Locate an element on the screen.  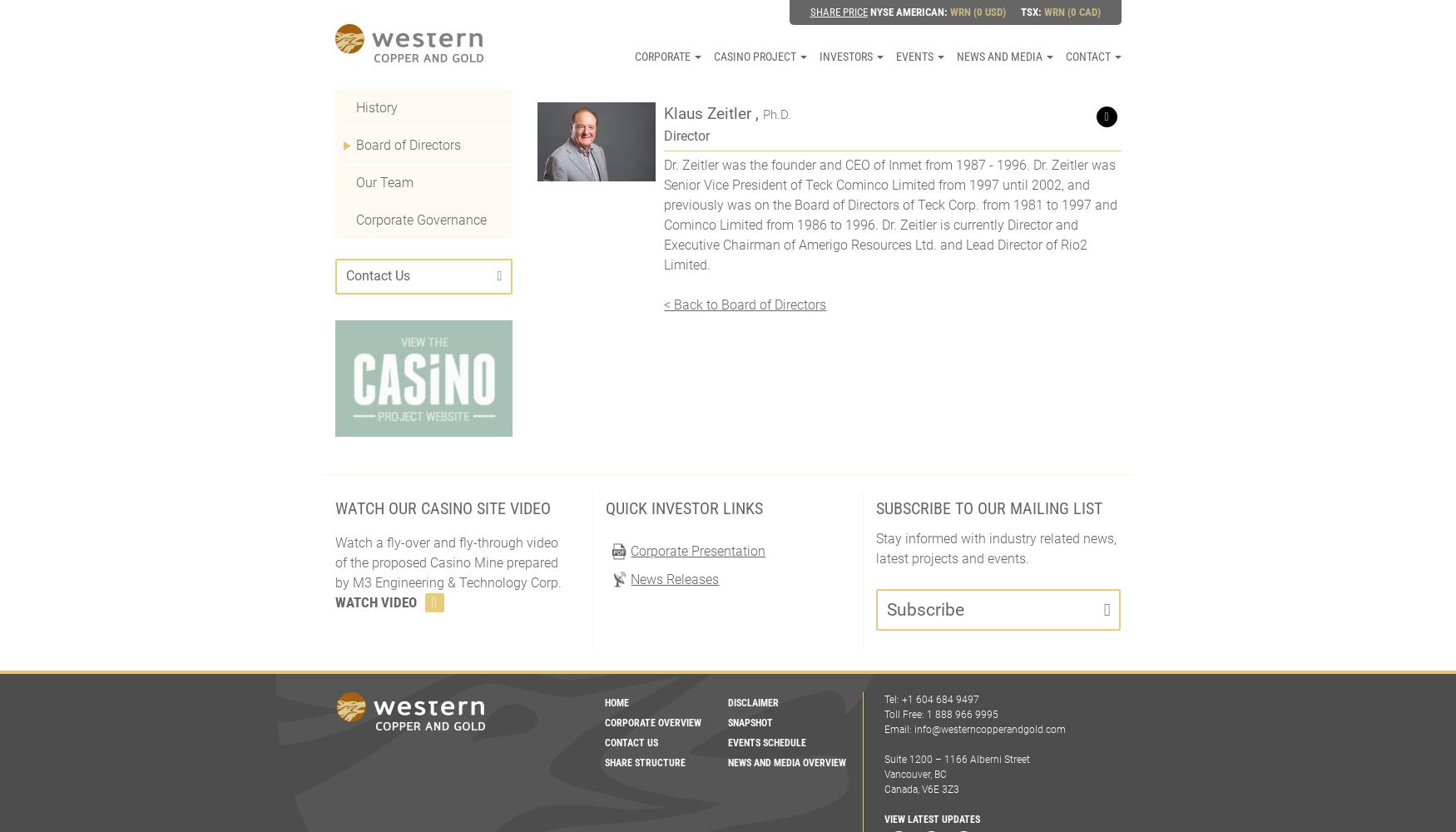
'Corporate Presentation' is located at coordinates (697, 551).